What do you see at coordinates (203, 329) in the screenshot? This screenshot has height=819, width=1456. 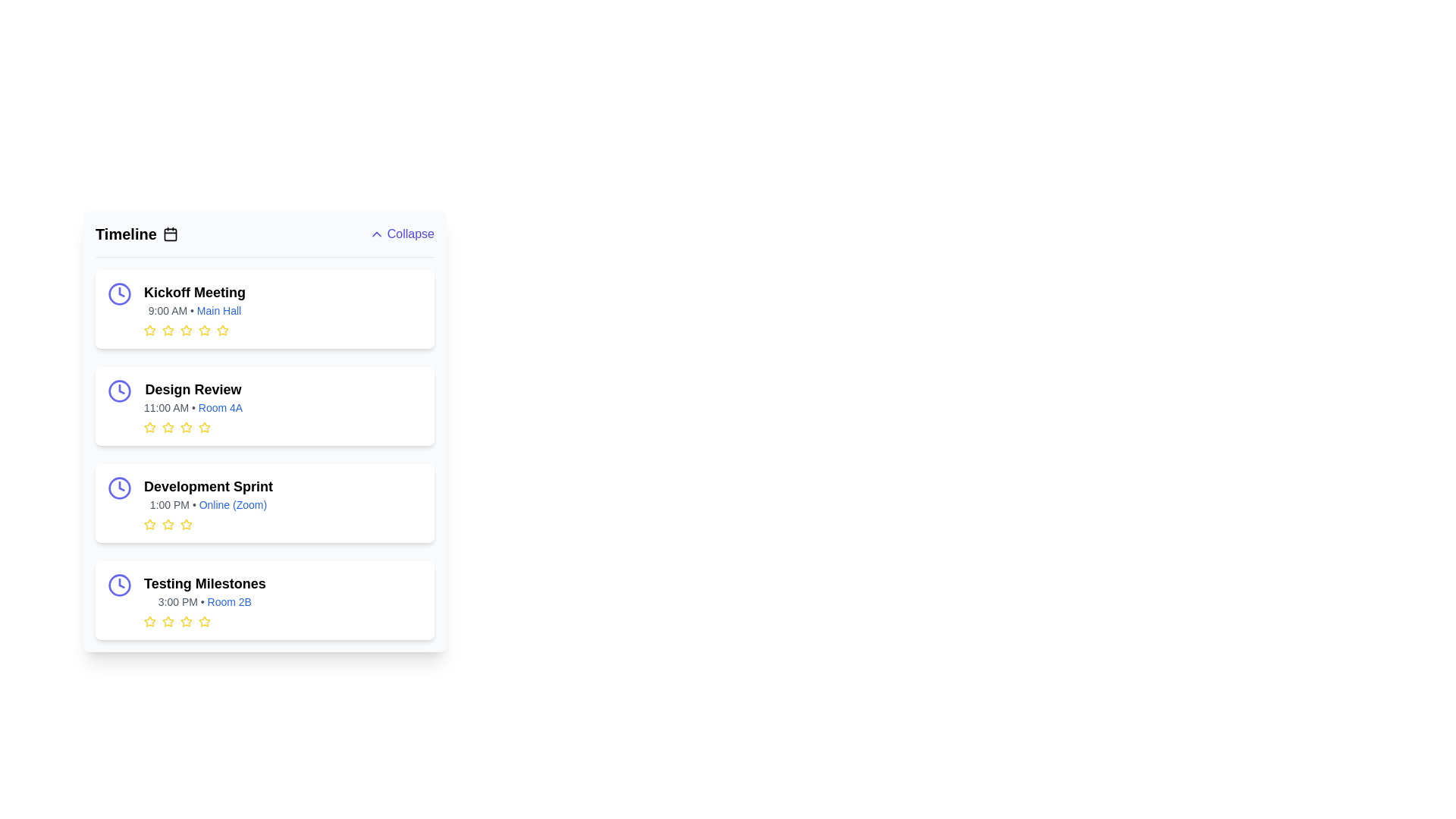 I see `the second yellow outline star icon in the rating system below the 'Kickoff Meeting' section in the 'Timeline' interface` at bounding box center [203, 329].